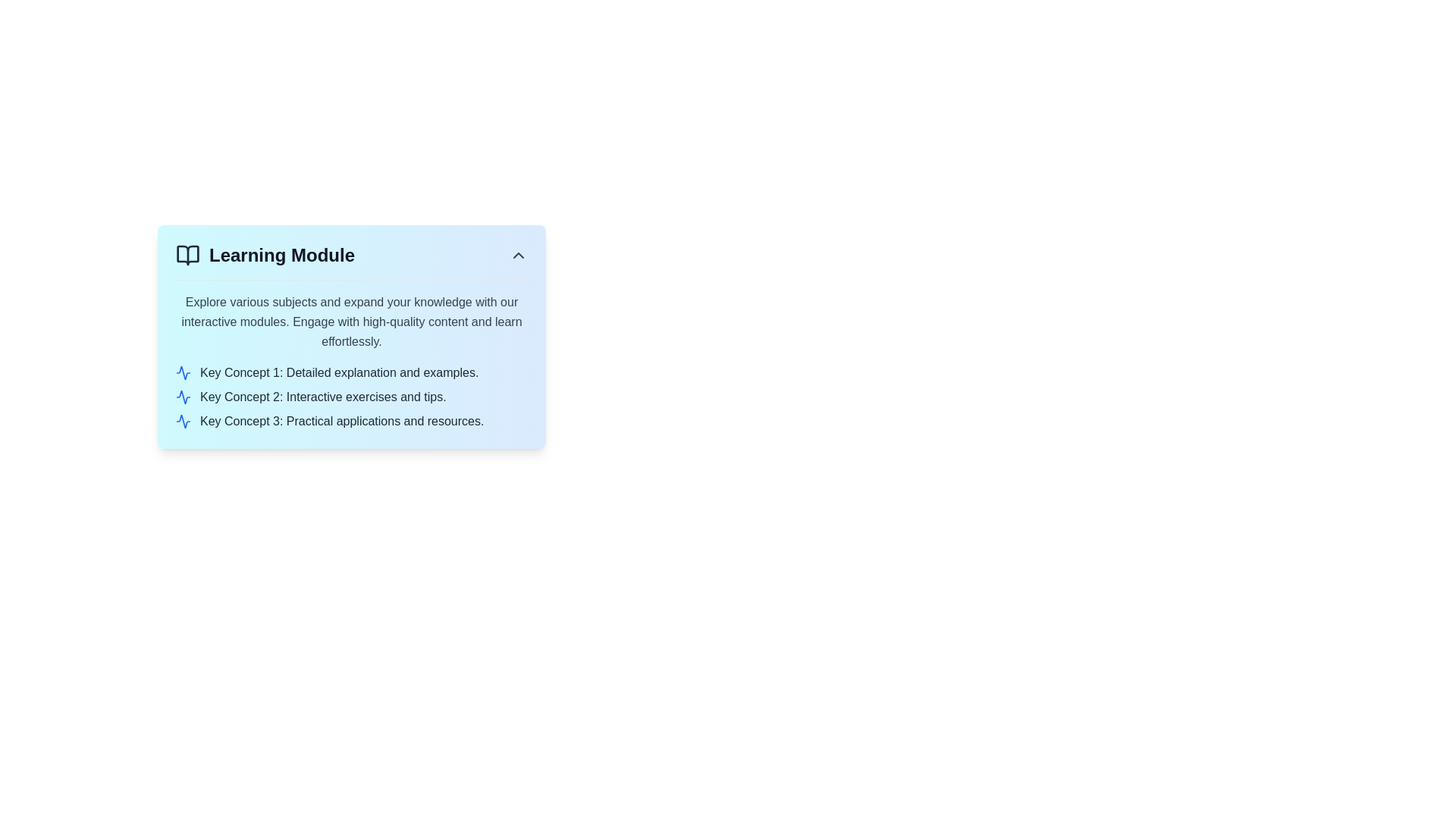 This screenshot has width=1456, height=819. I want to click on the informational Text row with icon located in the 'Learning Module', which is the third item in the vertical list, so click(351, 421).